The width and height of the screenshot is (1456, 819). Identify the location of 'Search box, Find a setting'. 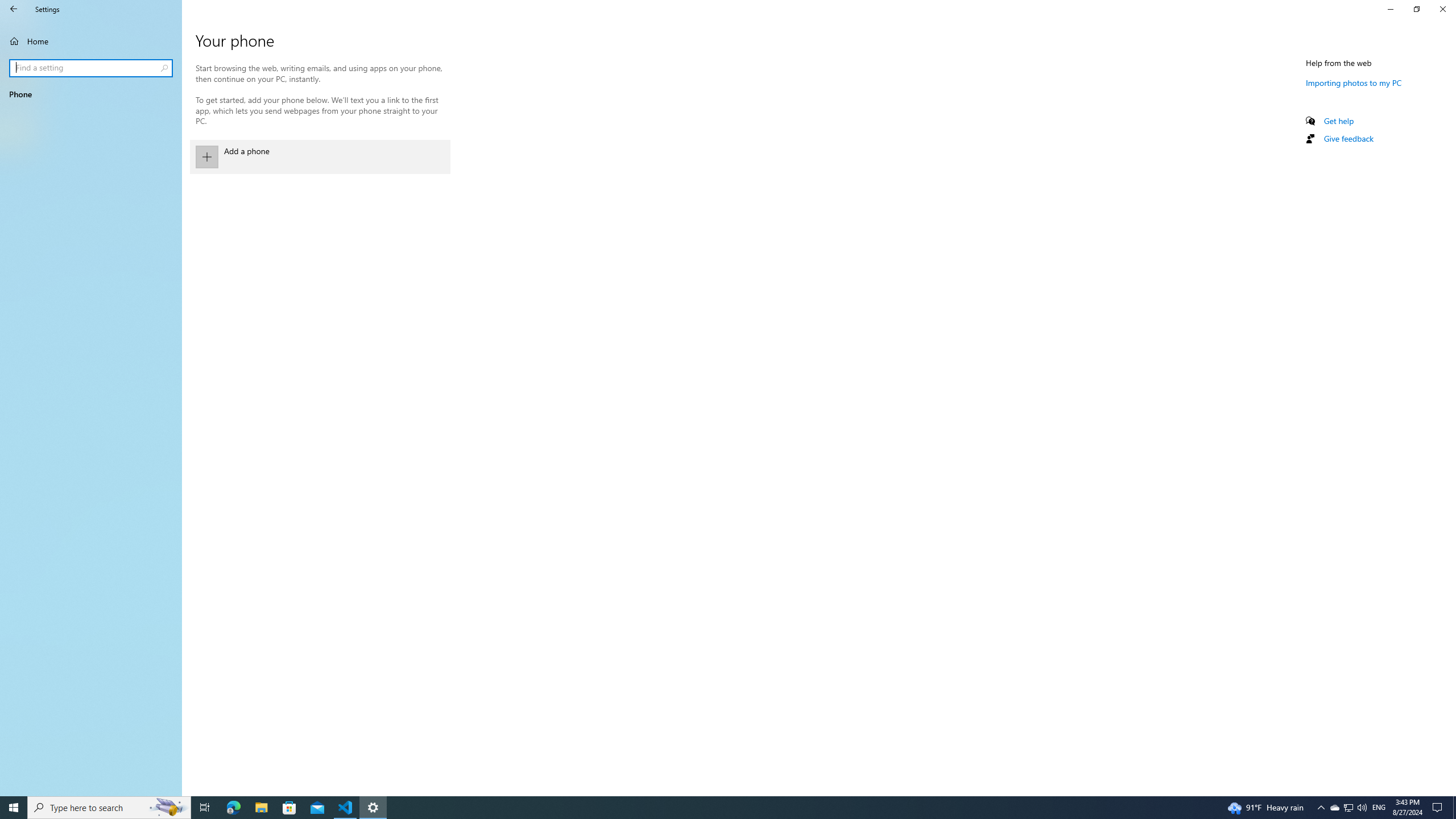
(91, 67).